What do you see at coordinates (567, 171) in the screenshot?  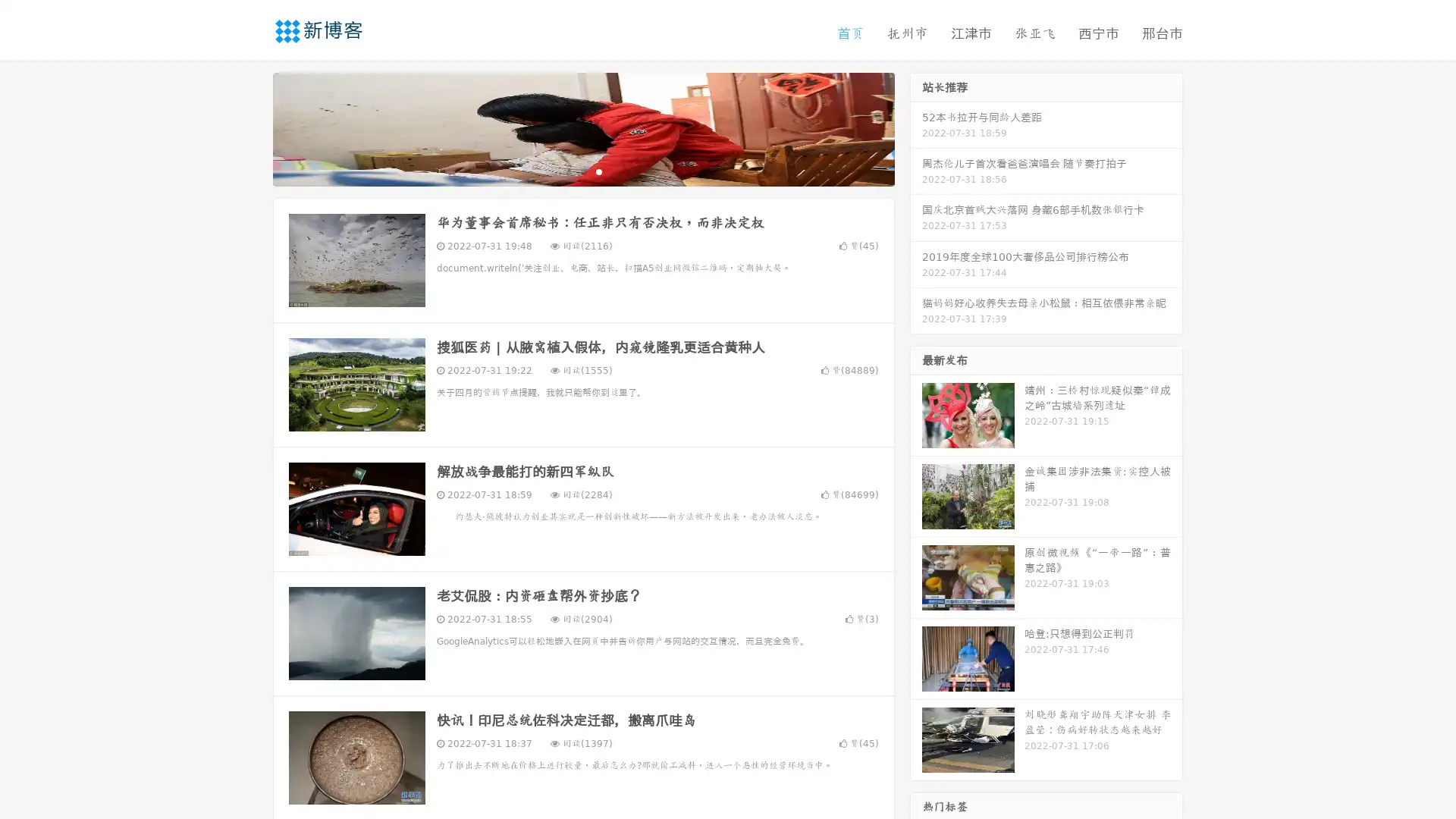 I see `Go to slide 1` at bounding box center [567, 171].